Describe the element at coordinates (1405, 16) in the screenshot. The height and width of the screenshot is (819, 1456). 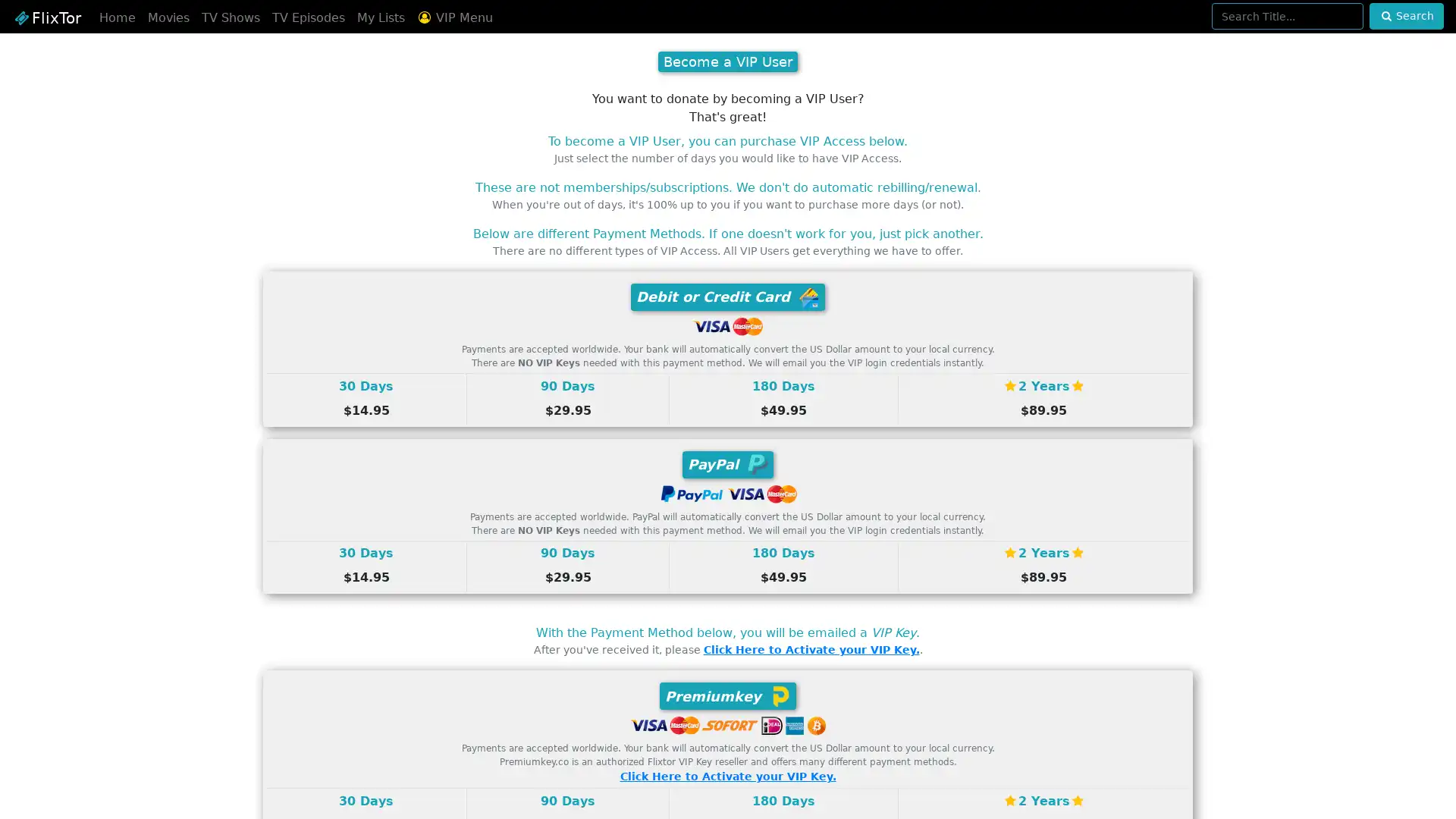
I see `Search` at that location.